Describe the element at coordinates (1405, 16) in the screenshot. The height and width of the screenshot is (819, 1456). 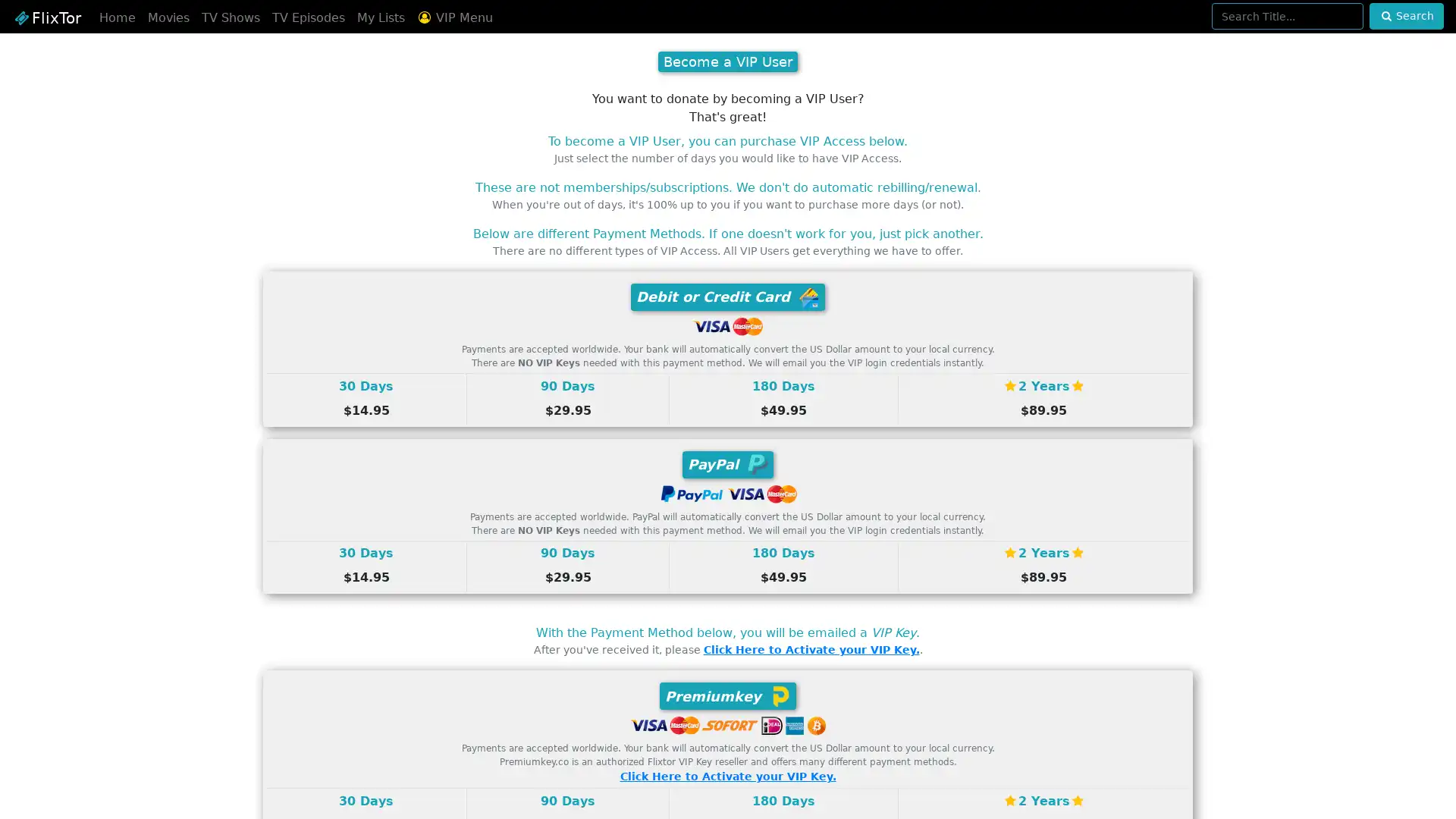
I see `Search` at that location.